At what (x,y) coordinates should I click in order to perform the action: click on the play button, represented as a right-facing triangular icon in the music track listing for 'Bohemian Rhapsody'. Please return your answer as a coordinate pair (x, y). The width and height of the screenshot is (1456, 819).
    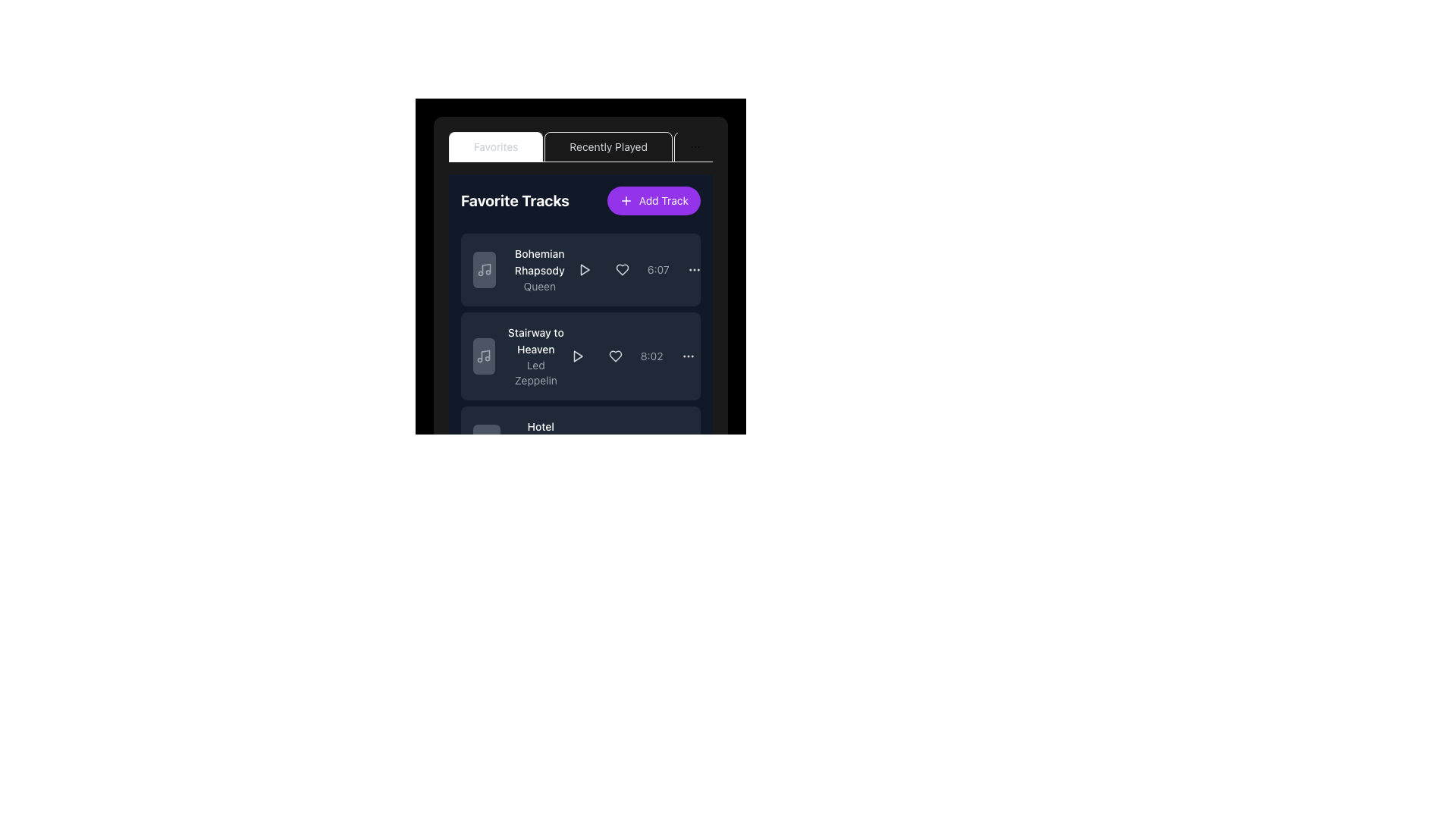
    Looking at the image, I should click on (584, 268).